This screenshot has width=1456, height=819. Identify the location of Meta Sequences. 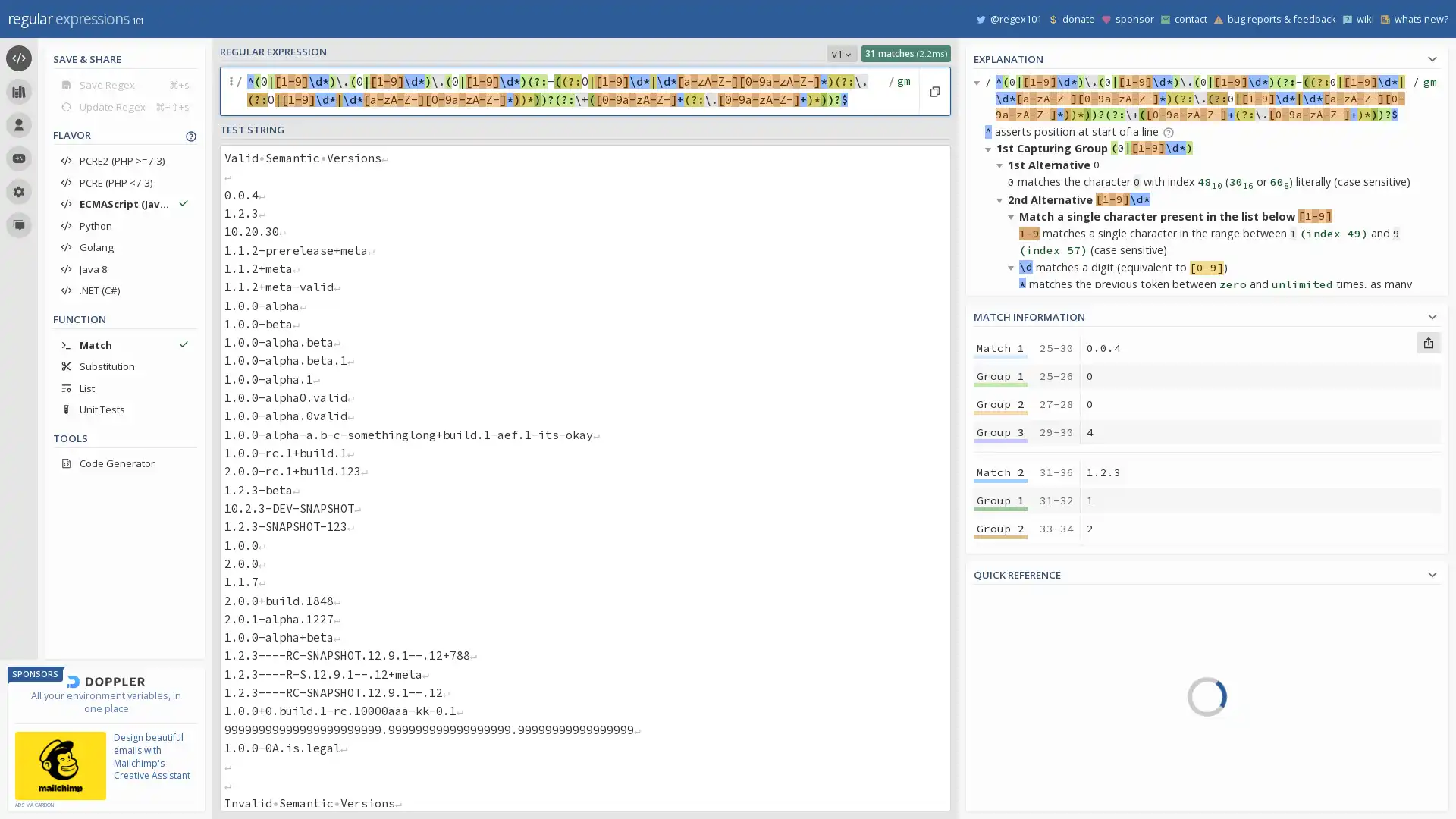
(1044, 716).